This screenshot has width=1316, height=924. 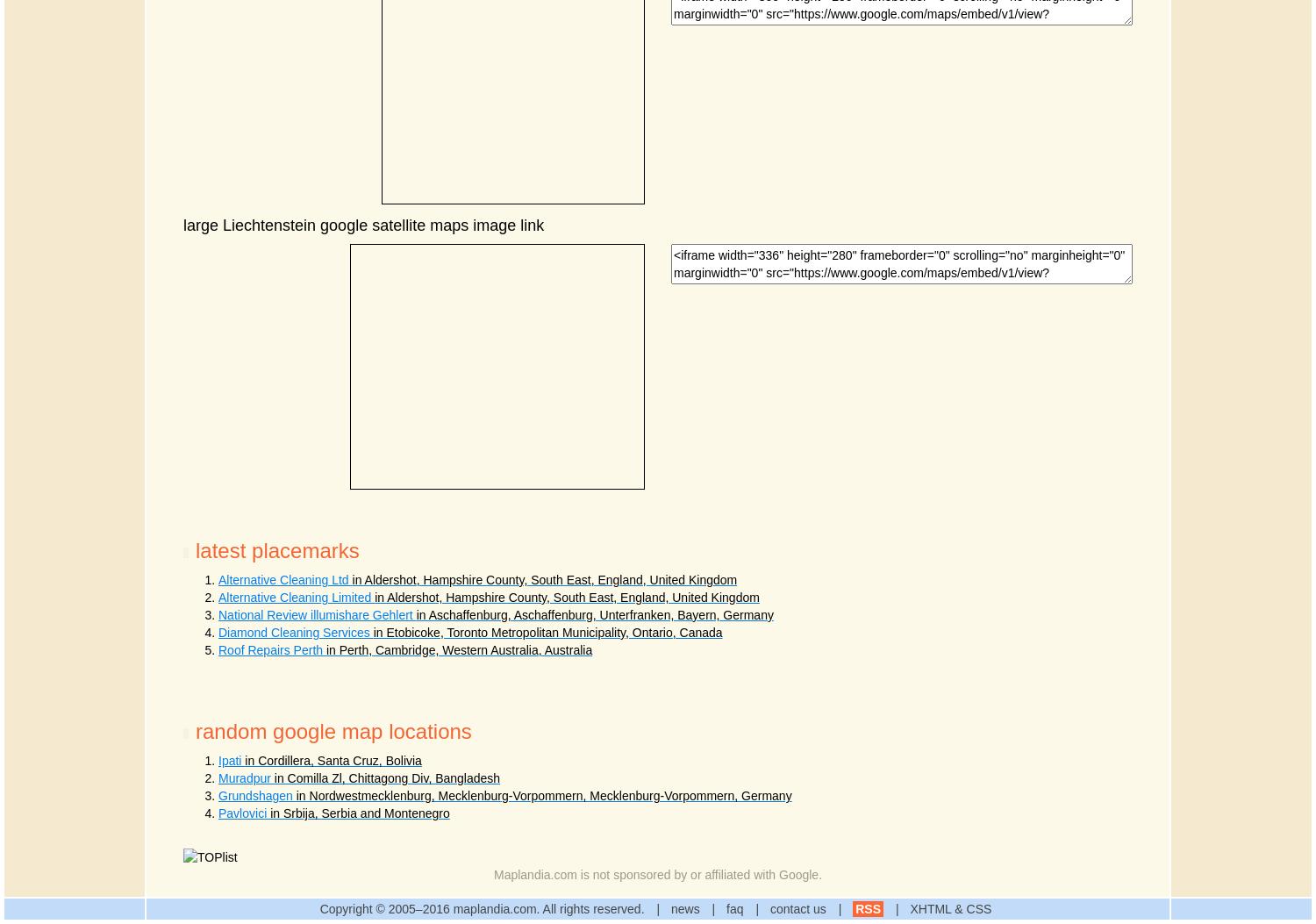 What do you see at coordinates (324, 648) in the screenshot?
I see `'in Perth, Cambridge, Western Australia, Australia'` at bounding box center [324, 648].